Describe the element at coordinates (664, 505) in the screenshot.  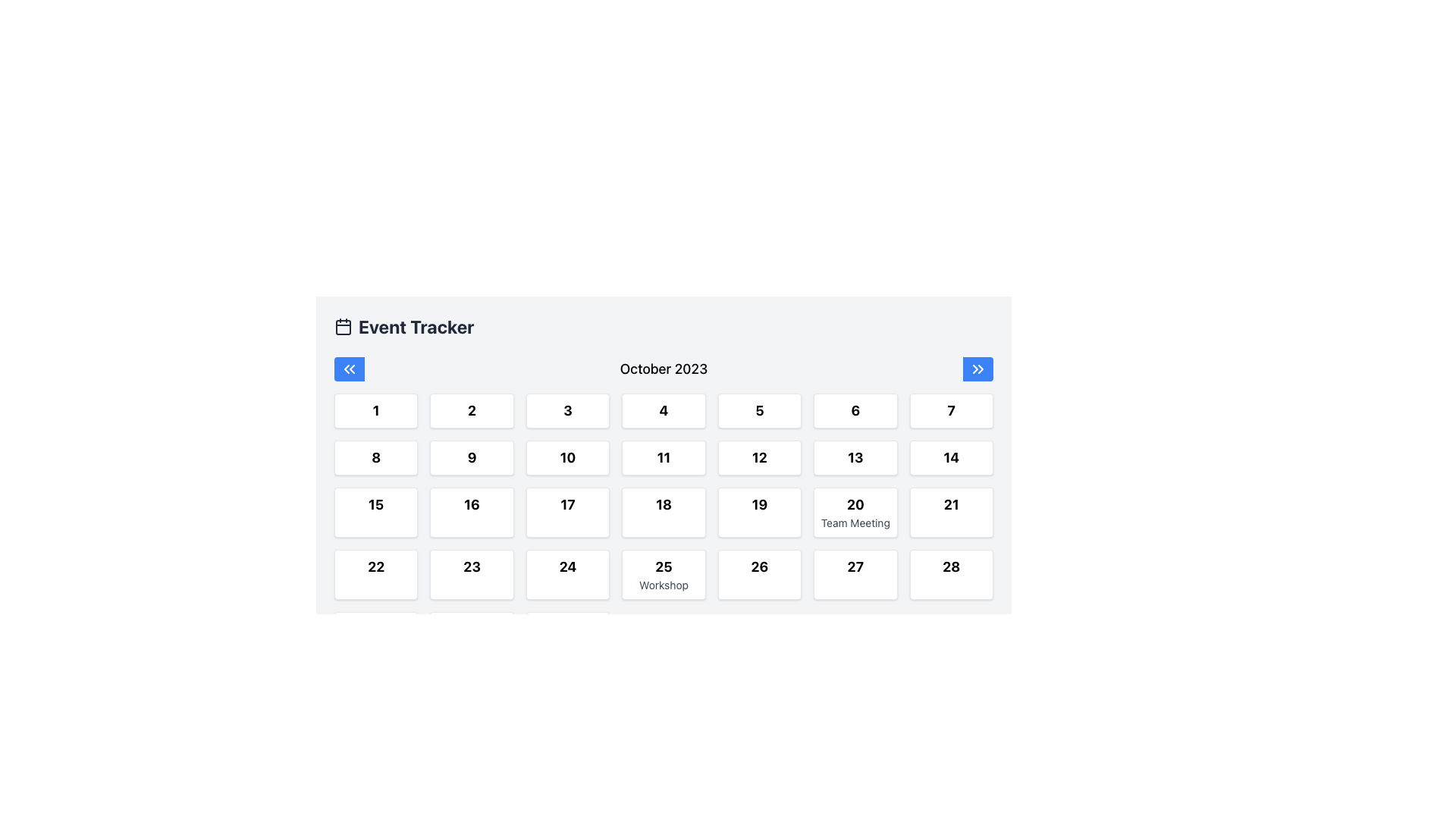
I see `the bold text element displaying the number '18' in black, styled with a large font size, located at the center of the calendar cell for the 18th day of the month` at that location.